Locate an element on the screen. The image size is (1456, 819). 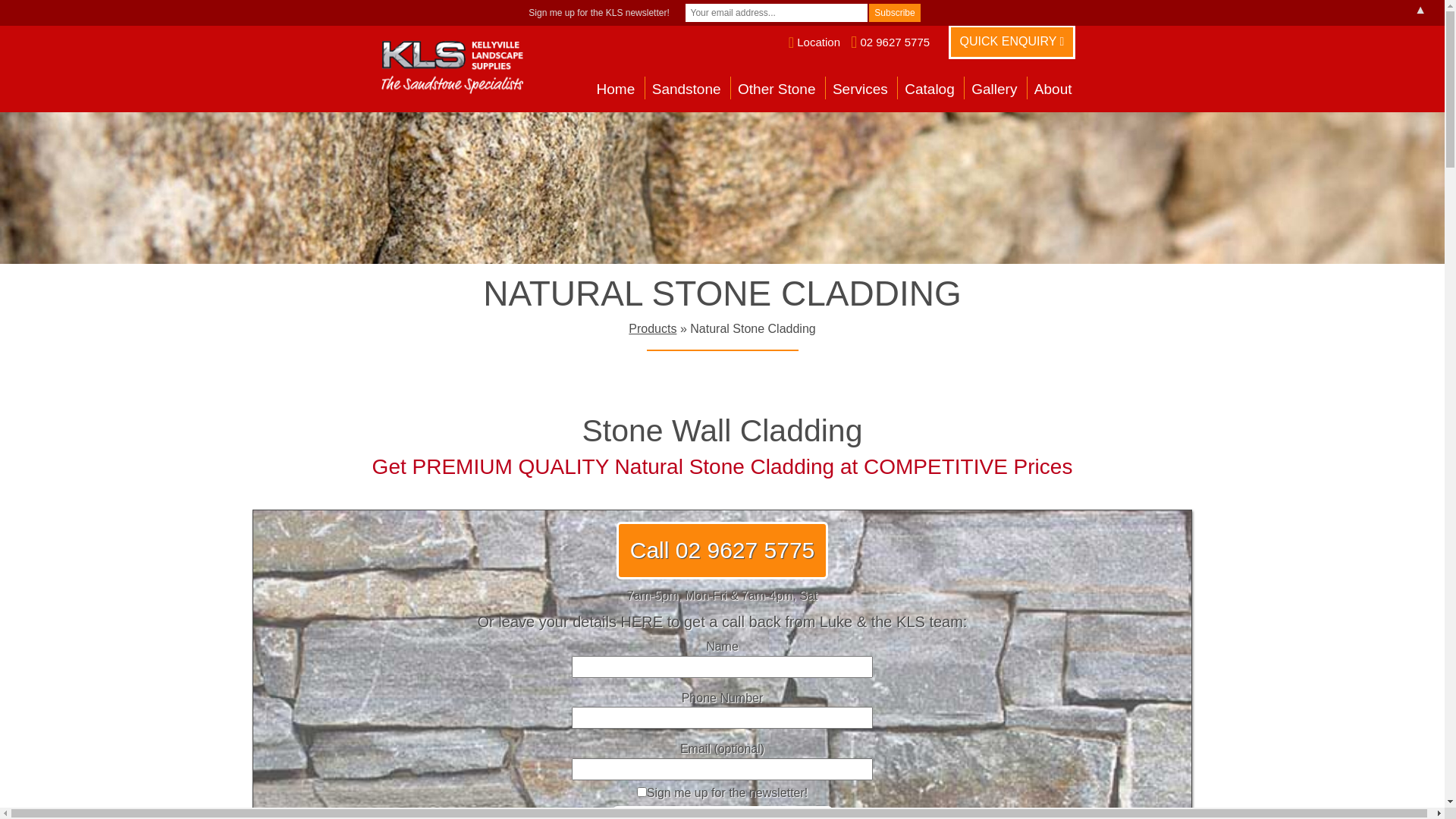
'Call 02 9627 5775' is located at coordinates (722, 550).